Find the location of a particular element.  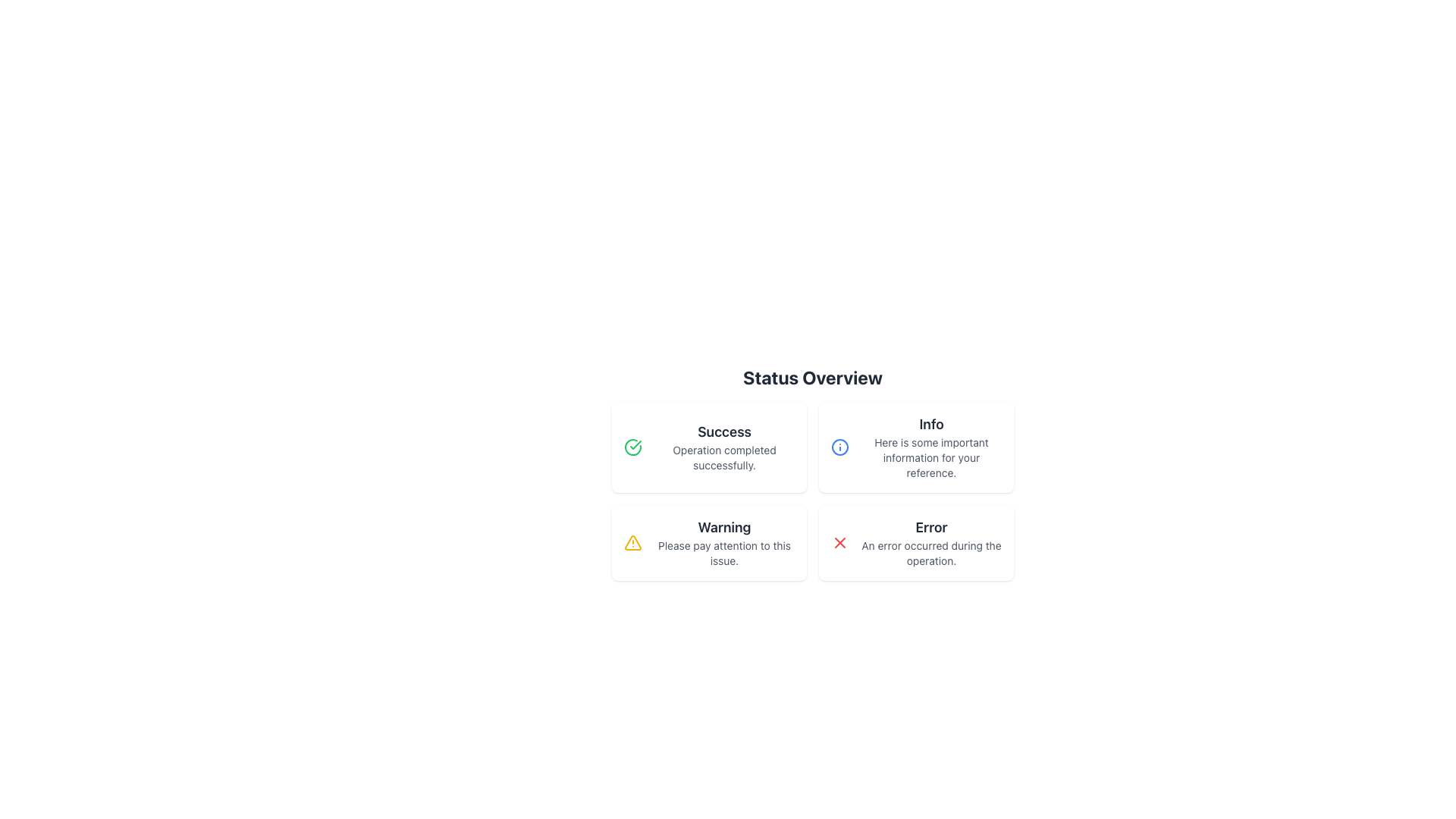

the circular graphical element that represents the 'Info' icon is located at coordinates (839, 447).